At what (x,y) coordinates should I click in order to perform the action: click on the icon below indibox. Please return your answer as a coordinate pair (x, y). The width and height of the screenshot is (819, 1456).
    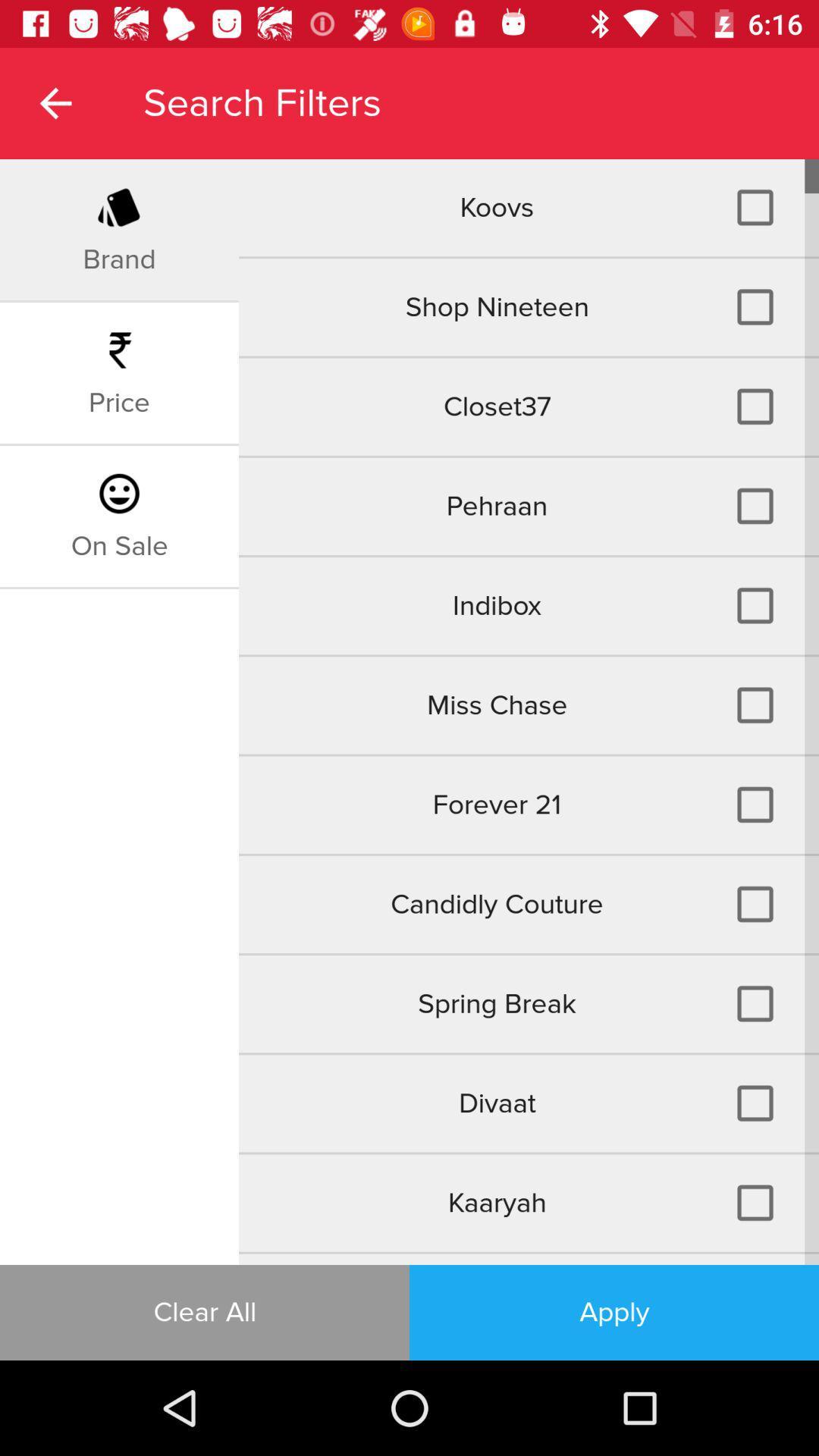
    Looking at the image, I should click on (528, 704).